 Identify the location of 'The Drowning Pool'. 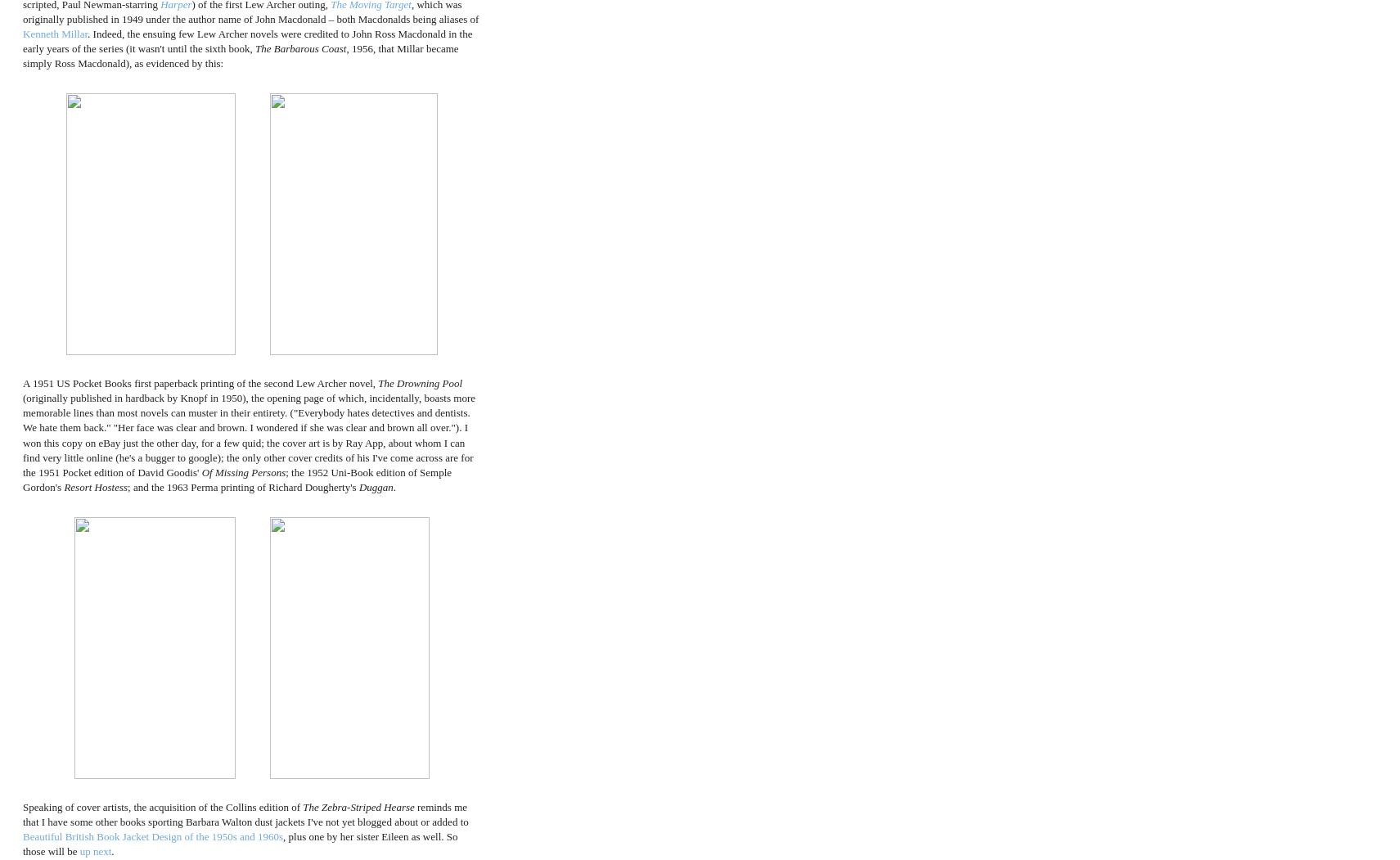
(420, 381).